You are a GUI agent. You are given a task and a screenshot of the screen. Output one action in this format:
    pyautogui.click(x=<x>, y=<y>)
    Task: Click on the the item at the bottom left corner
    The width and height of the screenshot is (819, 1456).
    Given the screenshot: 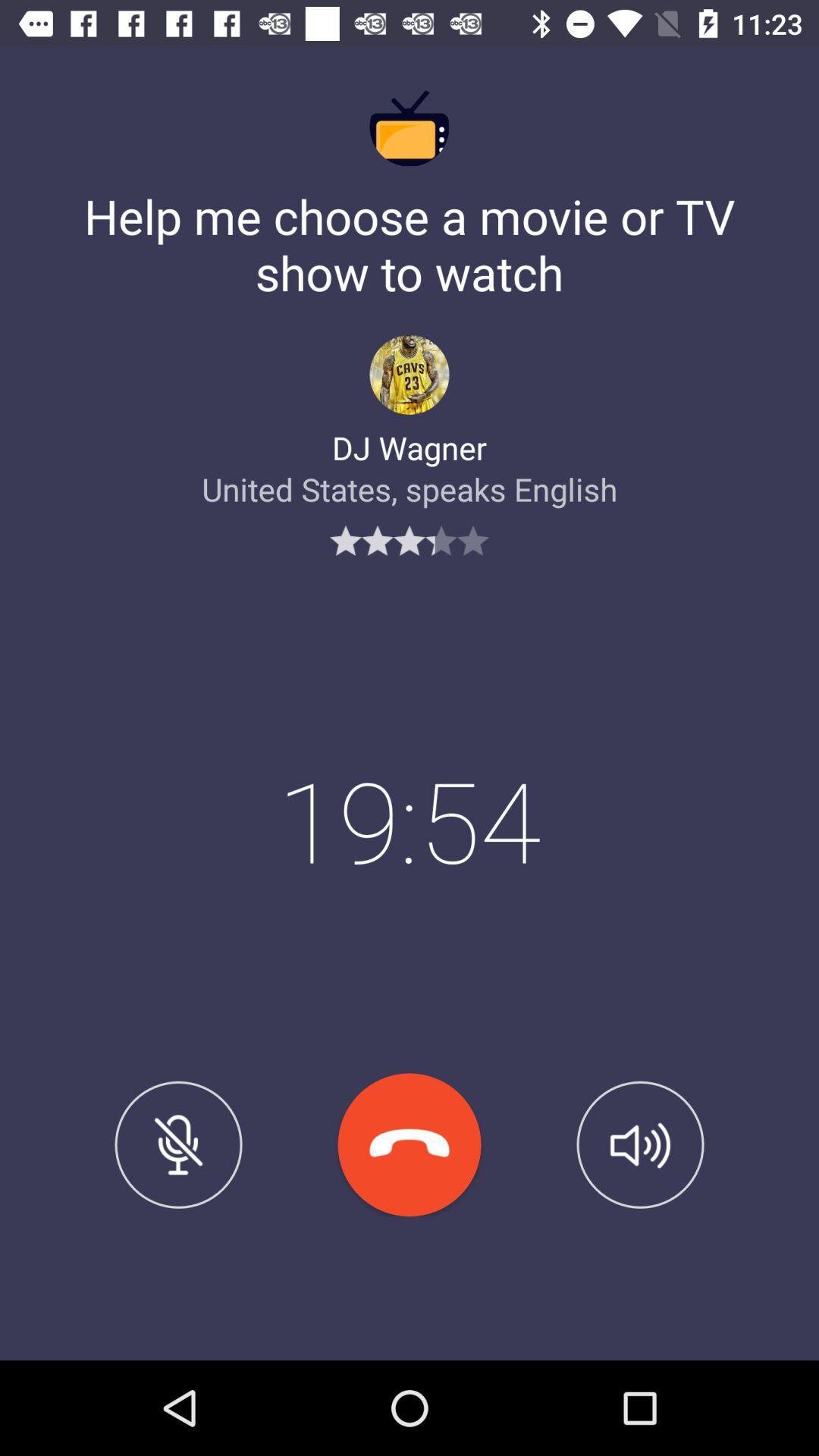 What is the action you would take?
    pyautogui.click(x=177, y=1144)
    